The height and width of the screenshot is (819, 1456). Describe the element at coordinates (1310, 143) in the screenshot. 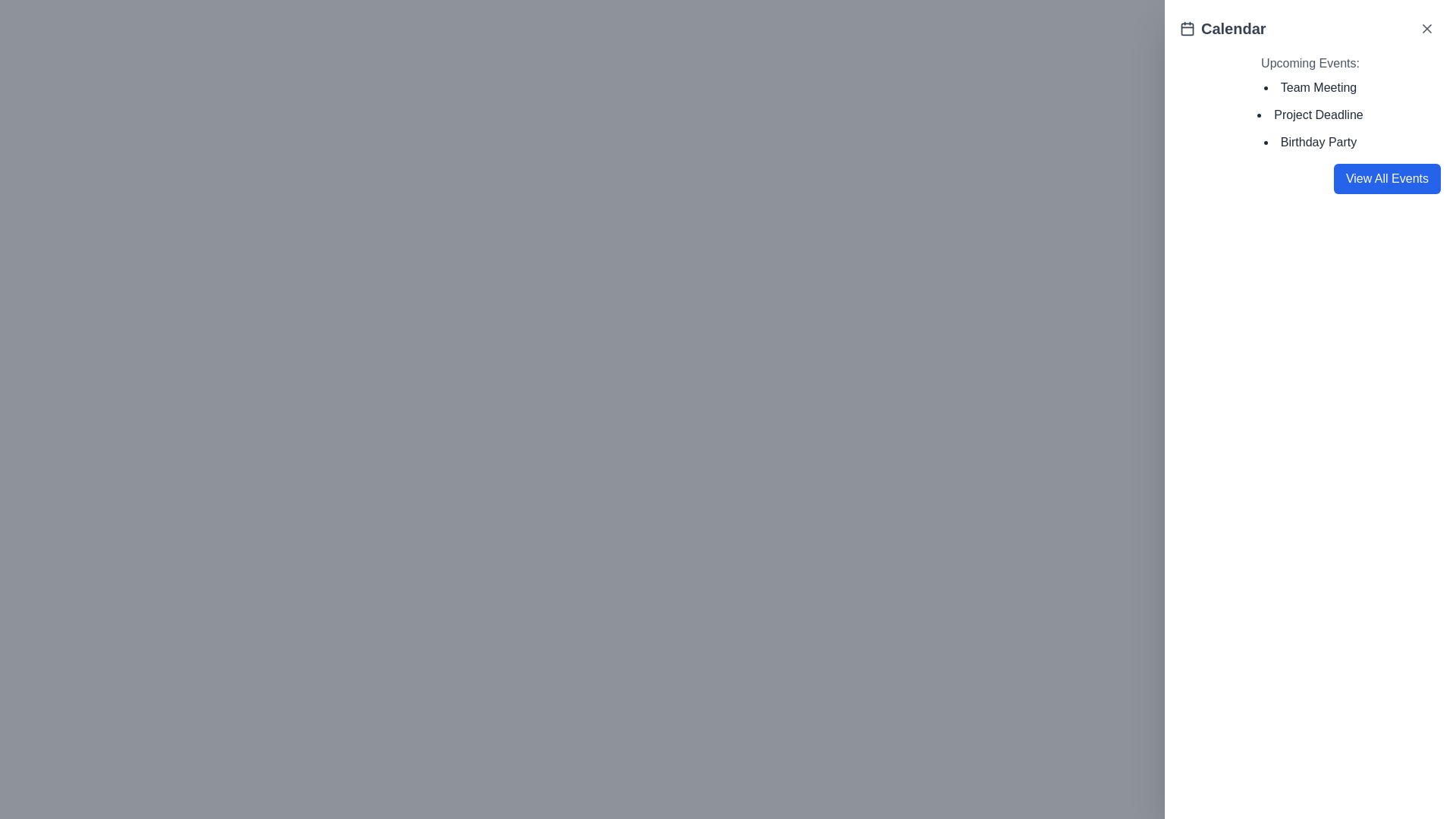

I see `the static text item labeled 'Birthday Party', which is the third item in the bulleted list under the 'Upcoming Events:' header` at that location.